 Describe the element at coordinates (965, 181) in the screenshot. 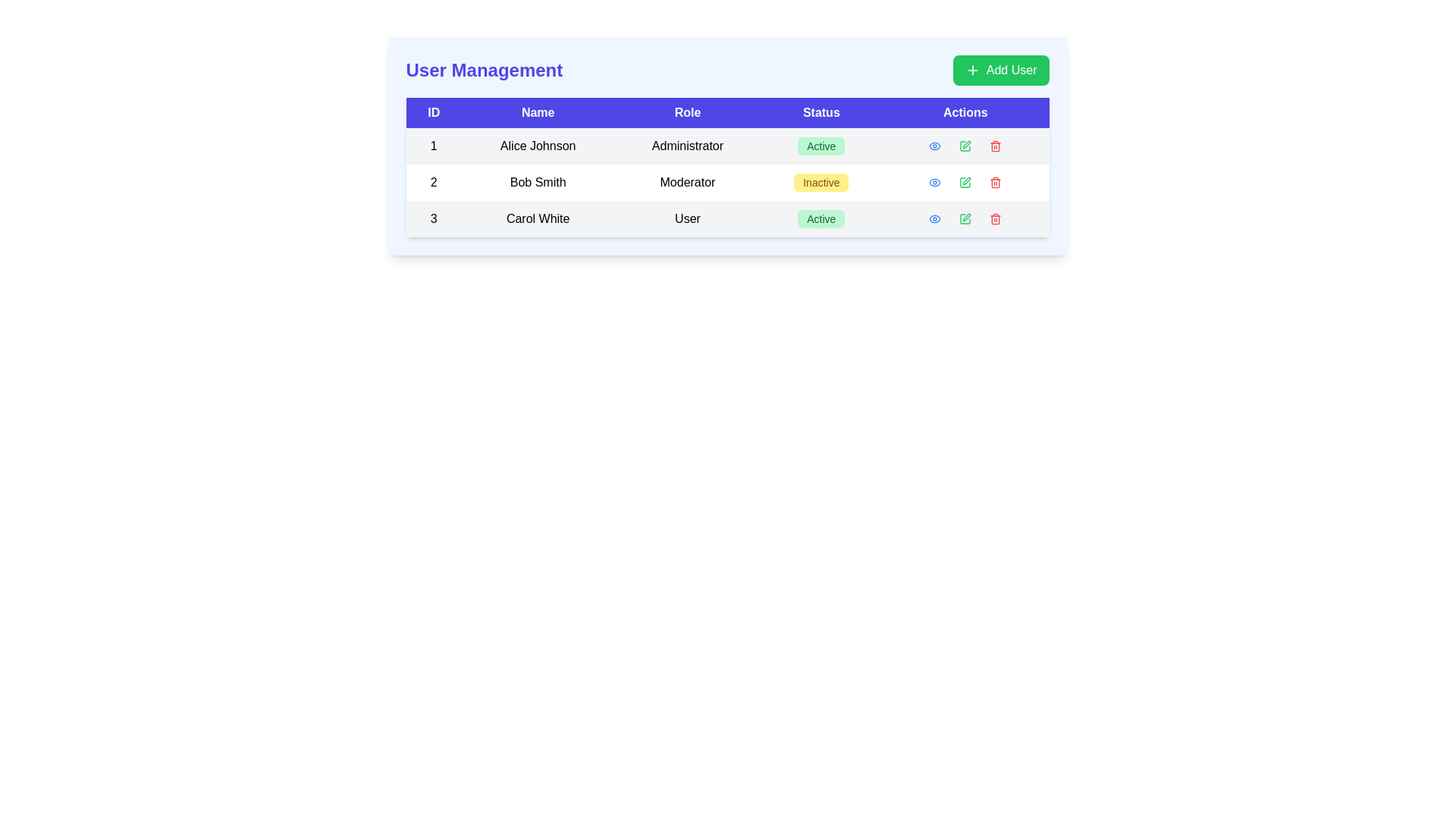

I see `the green edit button icon in the 'Actions' column of the second row in the 'User Management' table, corresponding to 'Bob Smith'` at that location.